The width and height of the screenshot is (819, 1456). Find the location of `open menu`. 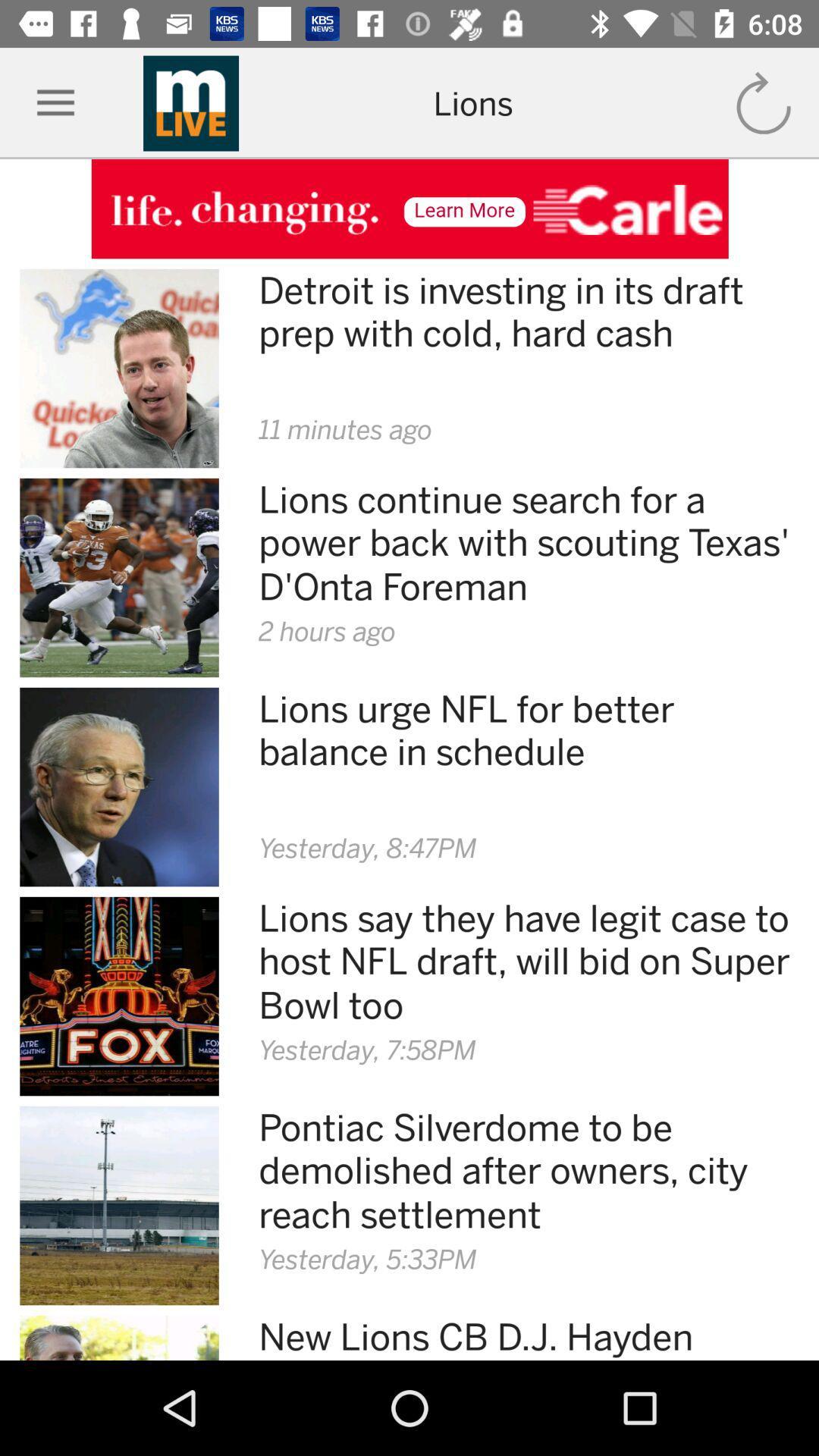

open menu is located at coordinates (55, 102).